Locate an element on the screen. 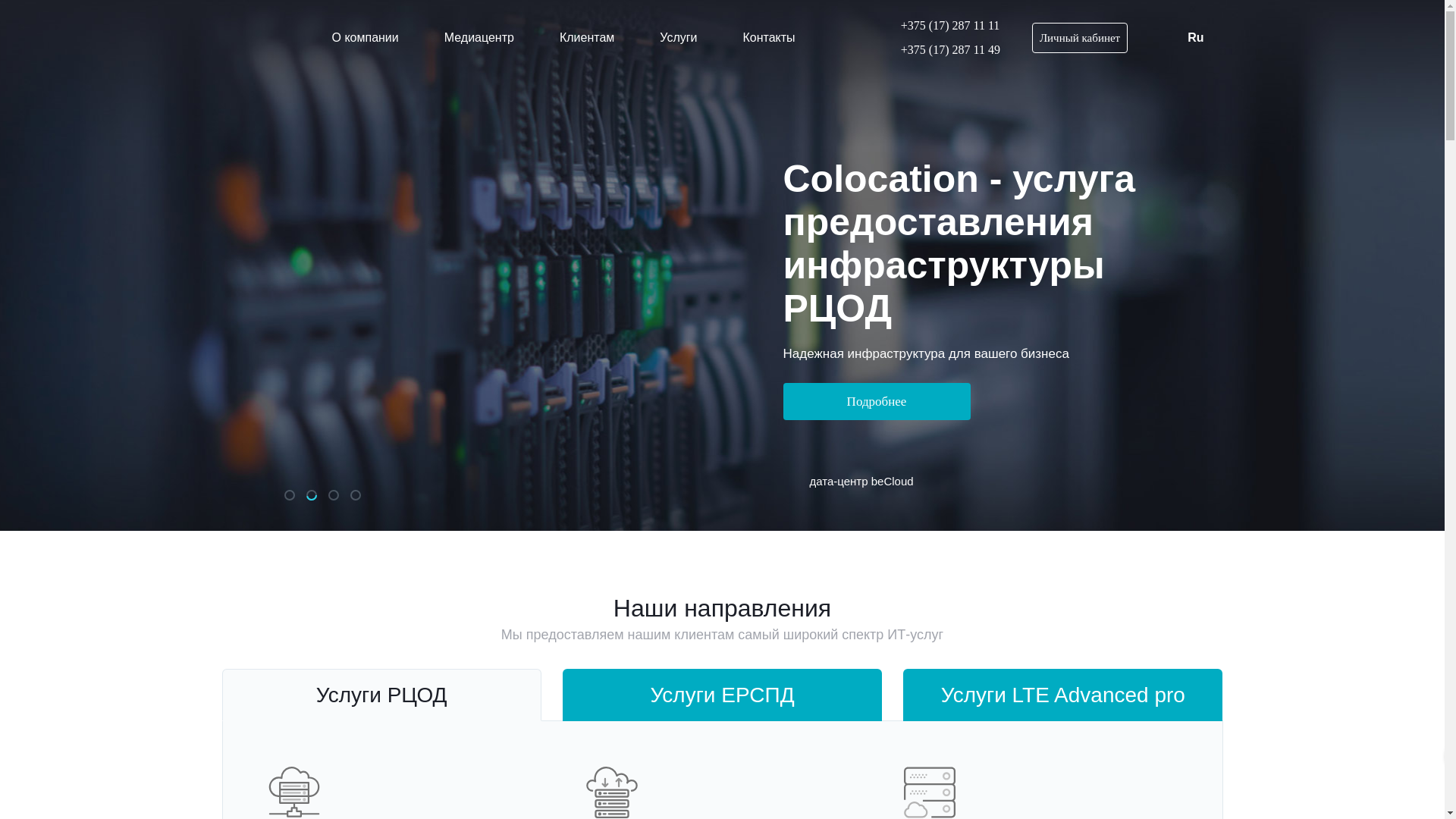 Image resolution: width=1456 pixels, height=819 pixels. '+375 (17) 287 11 11' is located at coordinates (941, 26).